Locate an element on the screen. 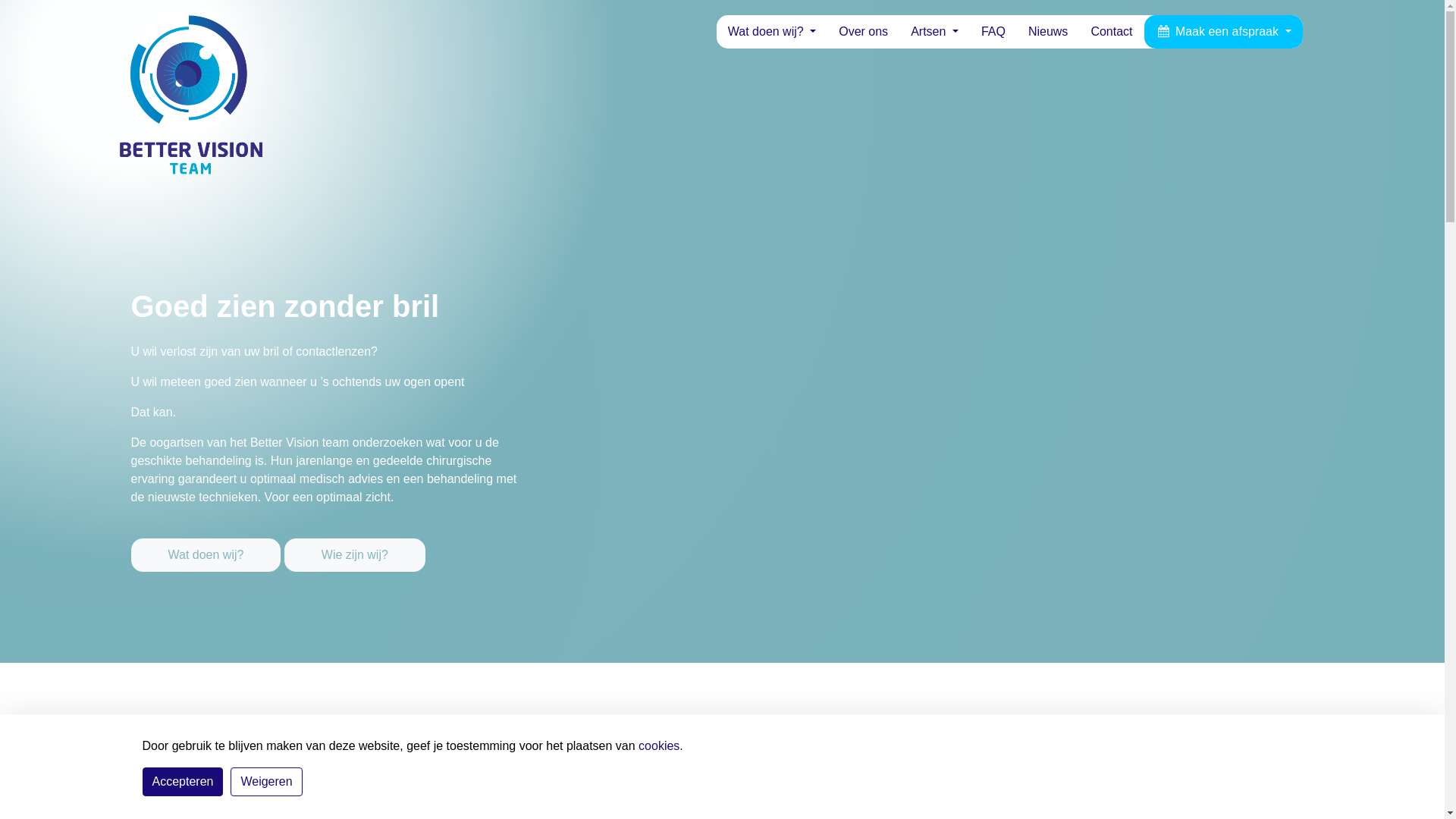  'Nieuws' is located at coordinates (1047, 32).